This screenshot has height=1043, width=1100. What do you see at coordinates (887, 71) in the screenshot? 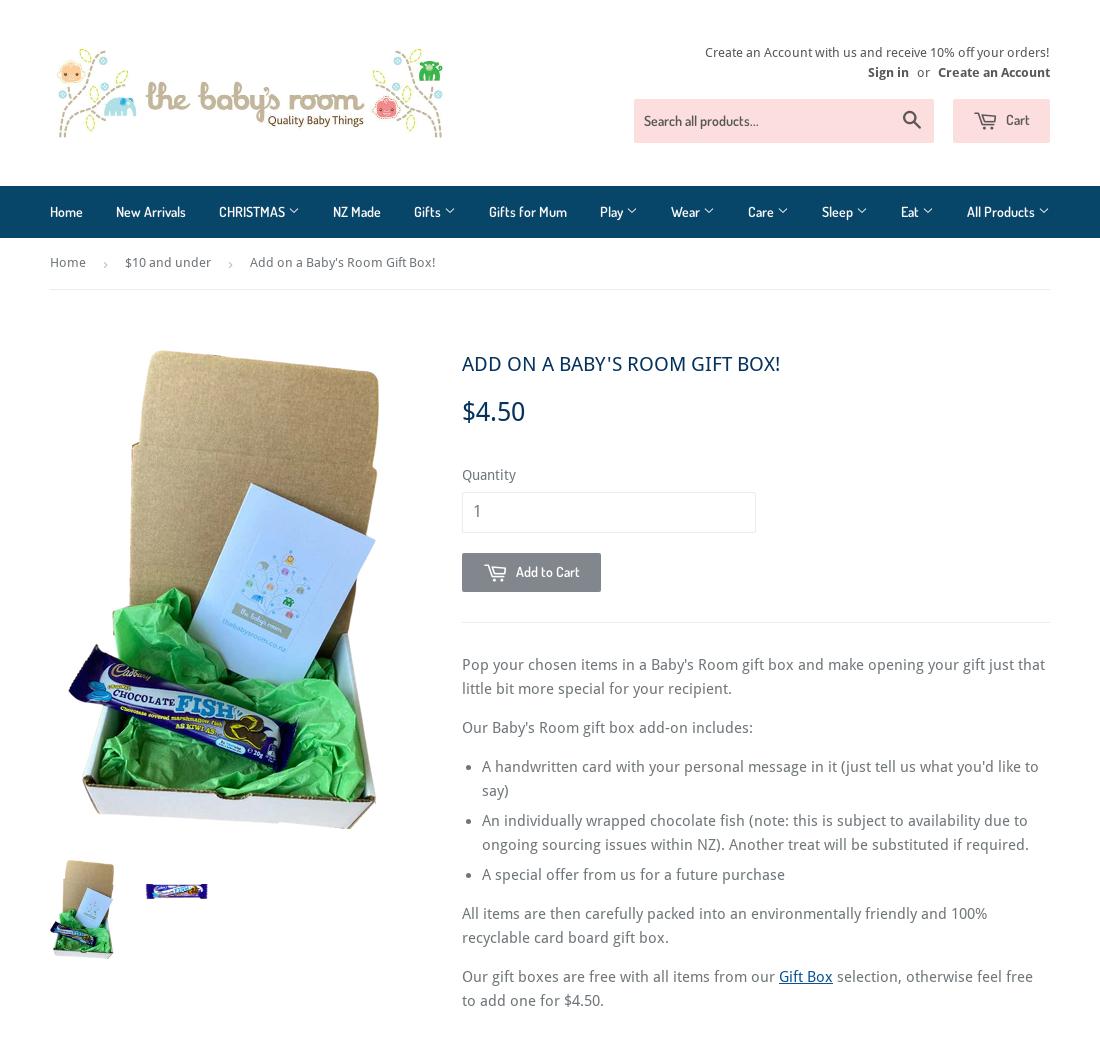
I see `'Sign in'` at bounding box center [887, 71].